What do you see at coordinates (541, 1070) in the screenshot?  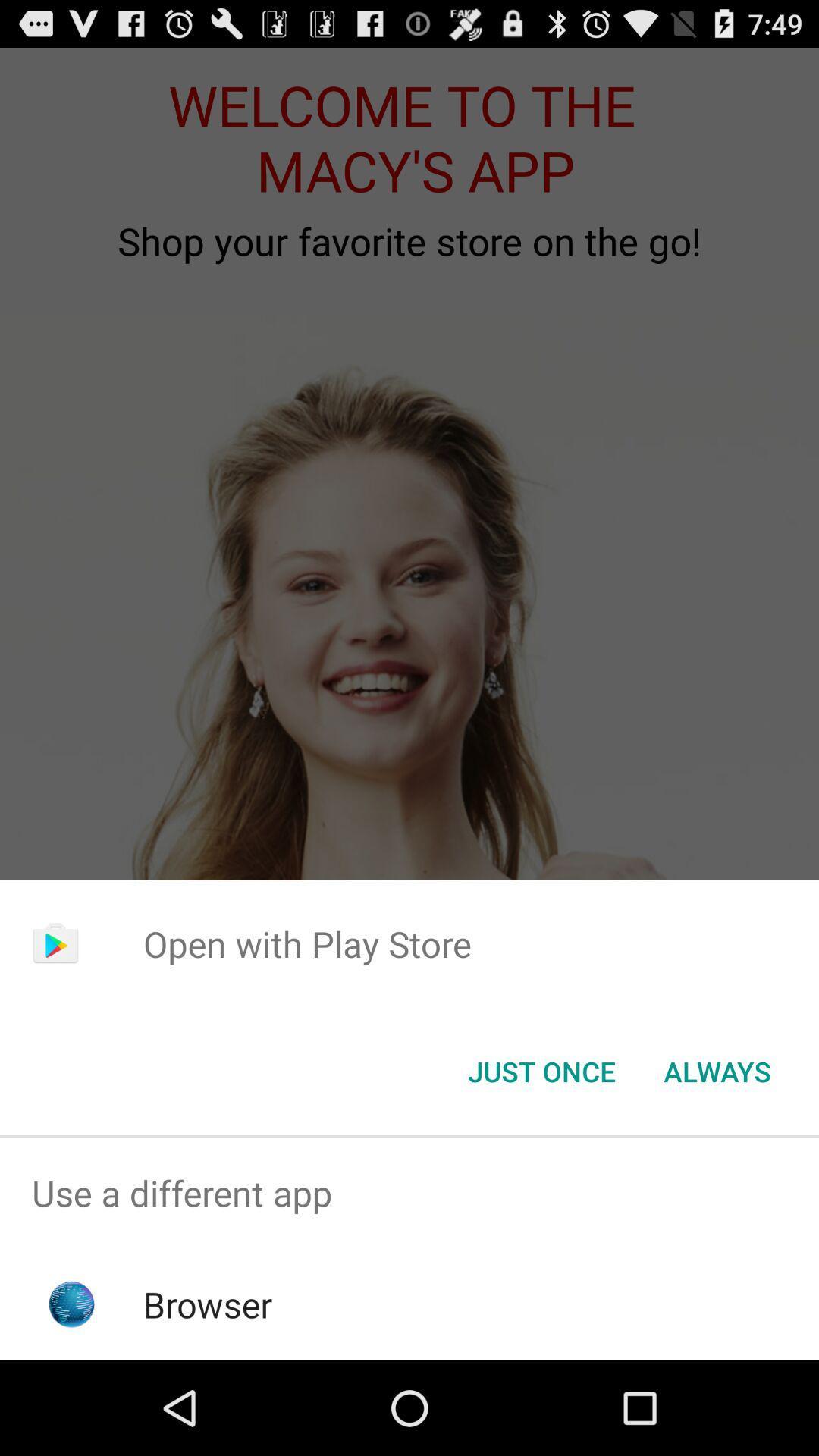 I see `the icon to the left of always` at bounding box center [541, 1070].